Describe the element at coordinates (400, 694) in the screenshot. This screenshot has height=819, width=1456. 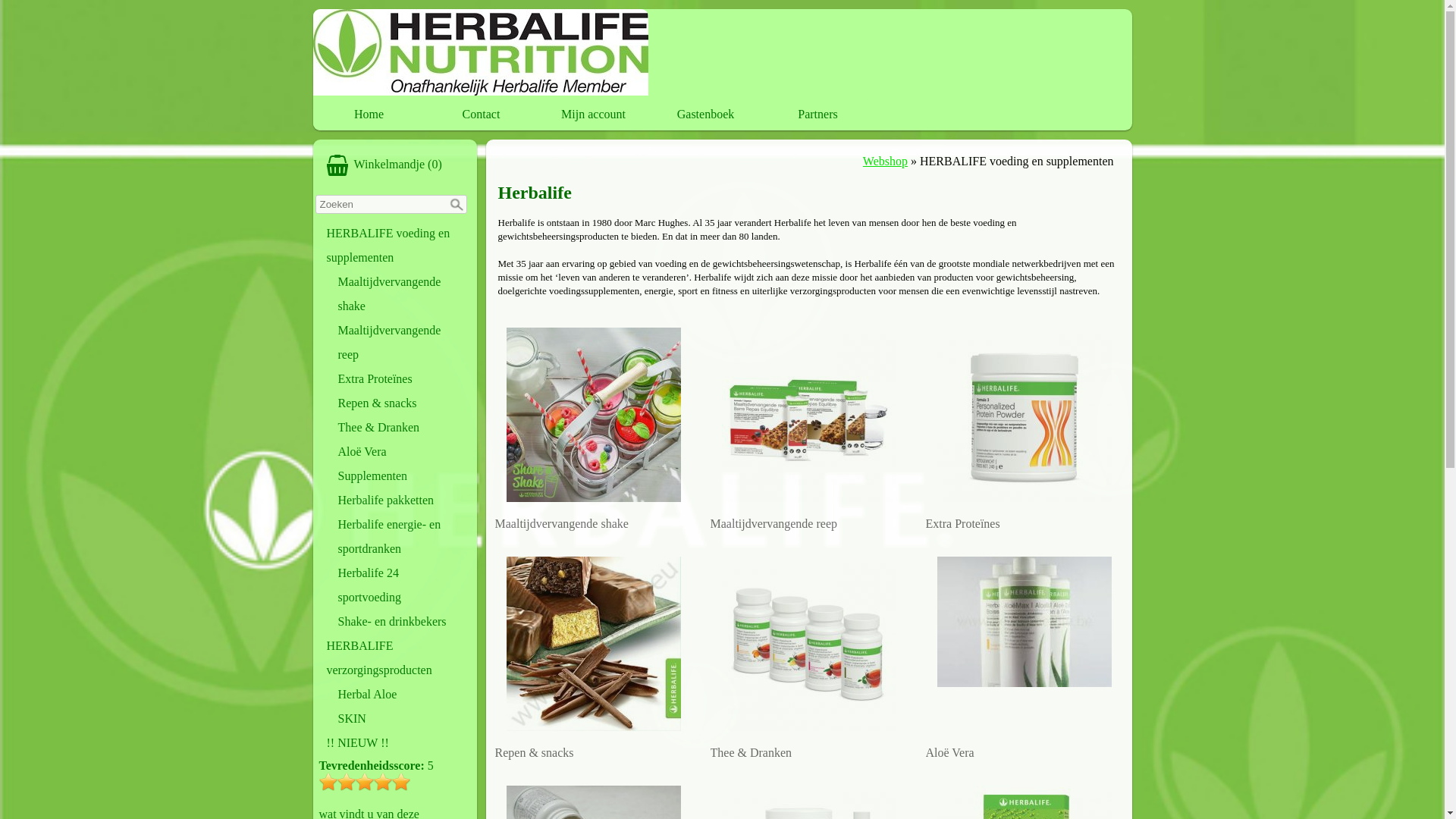
I see `'Herbal Aloe'` at that location.